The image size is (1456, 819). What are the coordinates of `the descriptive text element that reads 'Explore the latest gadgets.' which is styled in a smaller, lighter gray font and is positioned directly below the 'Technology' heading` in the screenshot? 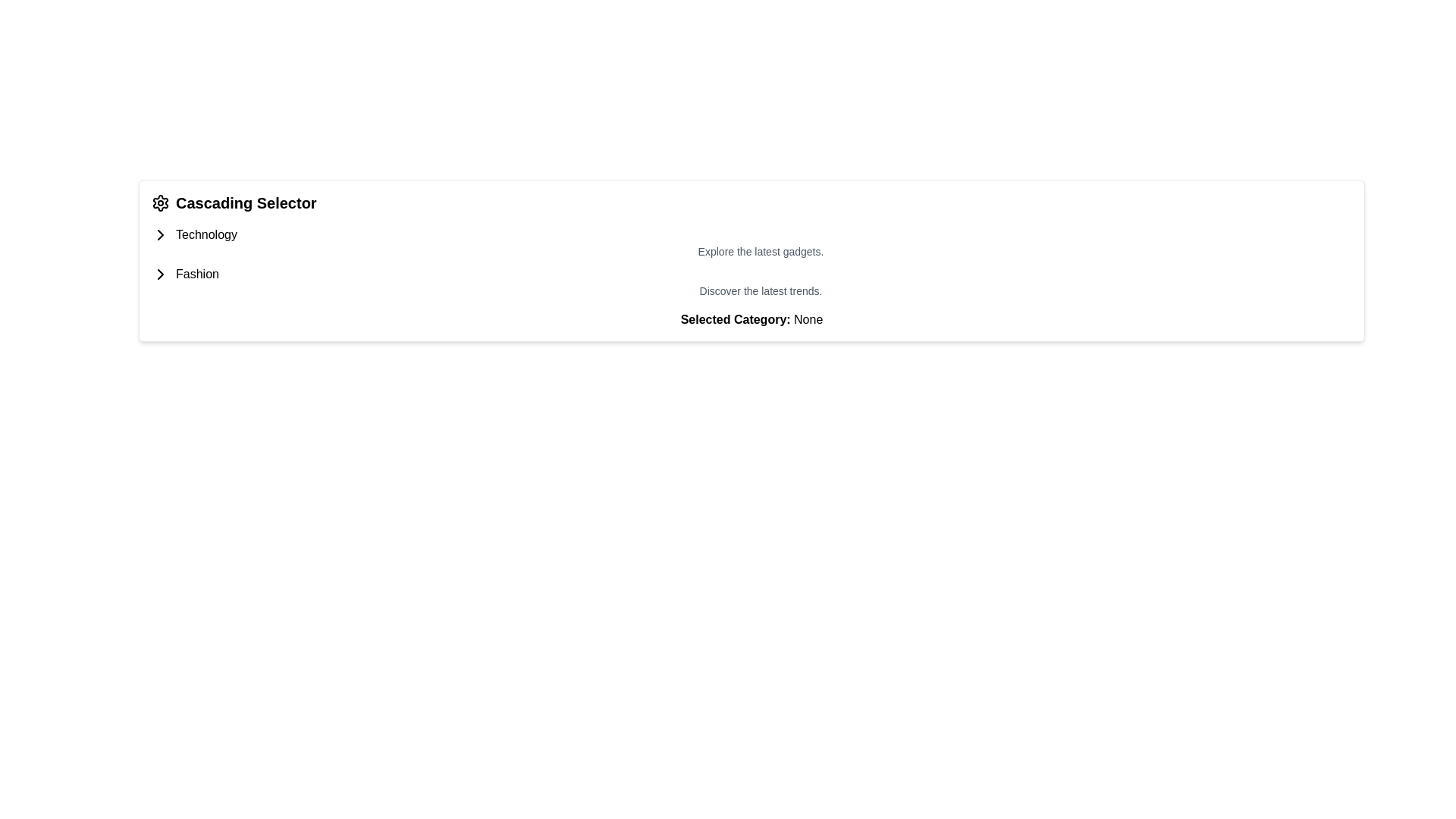 It's located at (752, 242).